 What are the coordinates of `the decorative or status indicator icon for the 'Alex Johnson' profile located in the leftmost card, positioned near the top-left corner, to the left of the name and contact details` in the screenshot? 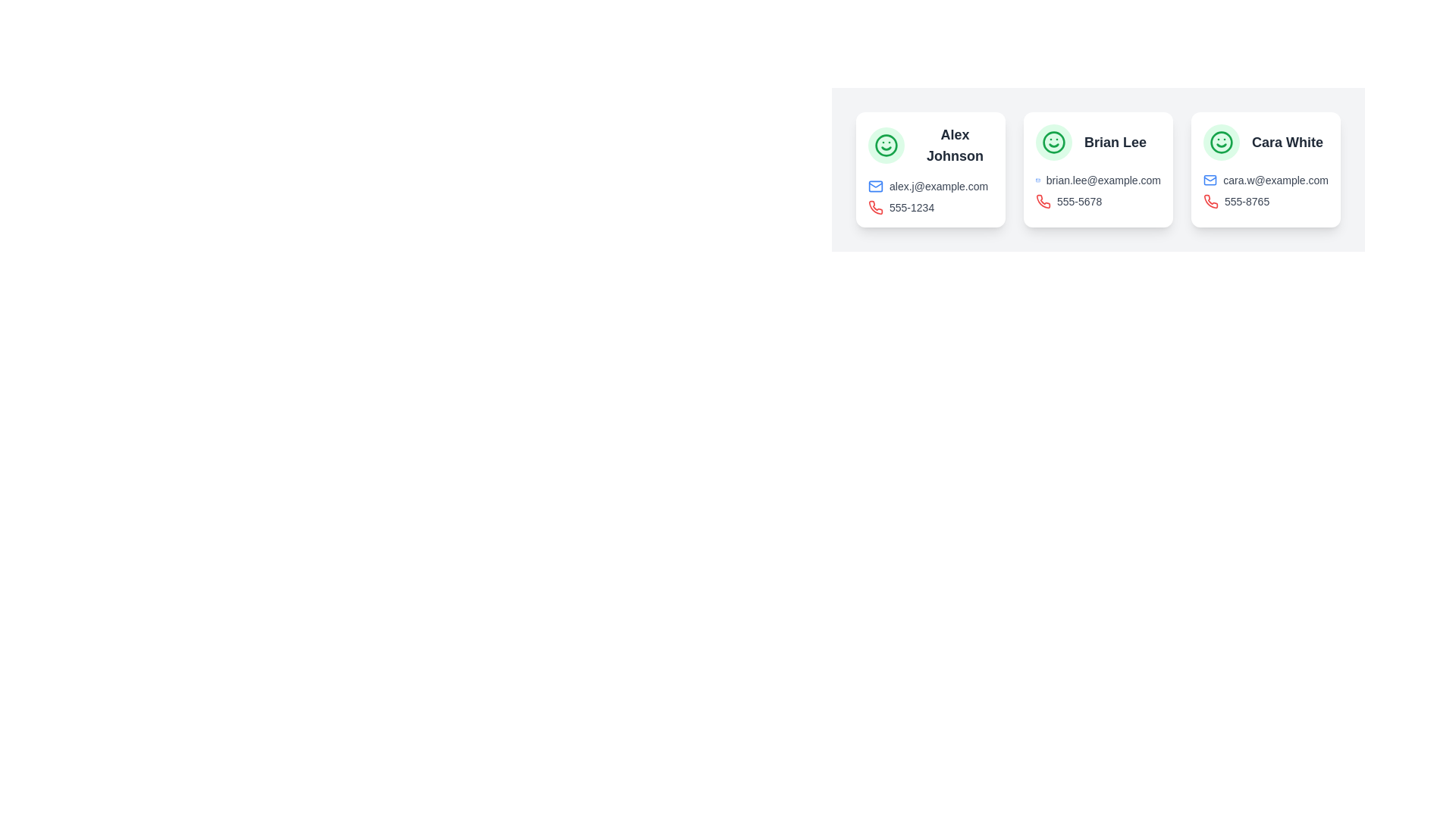 It's located at (886, 146).